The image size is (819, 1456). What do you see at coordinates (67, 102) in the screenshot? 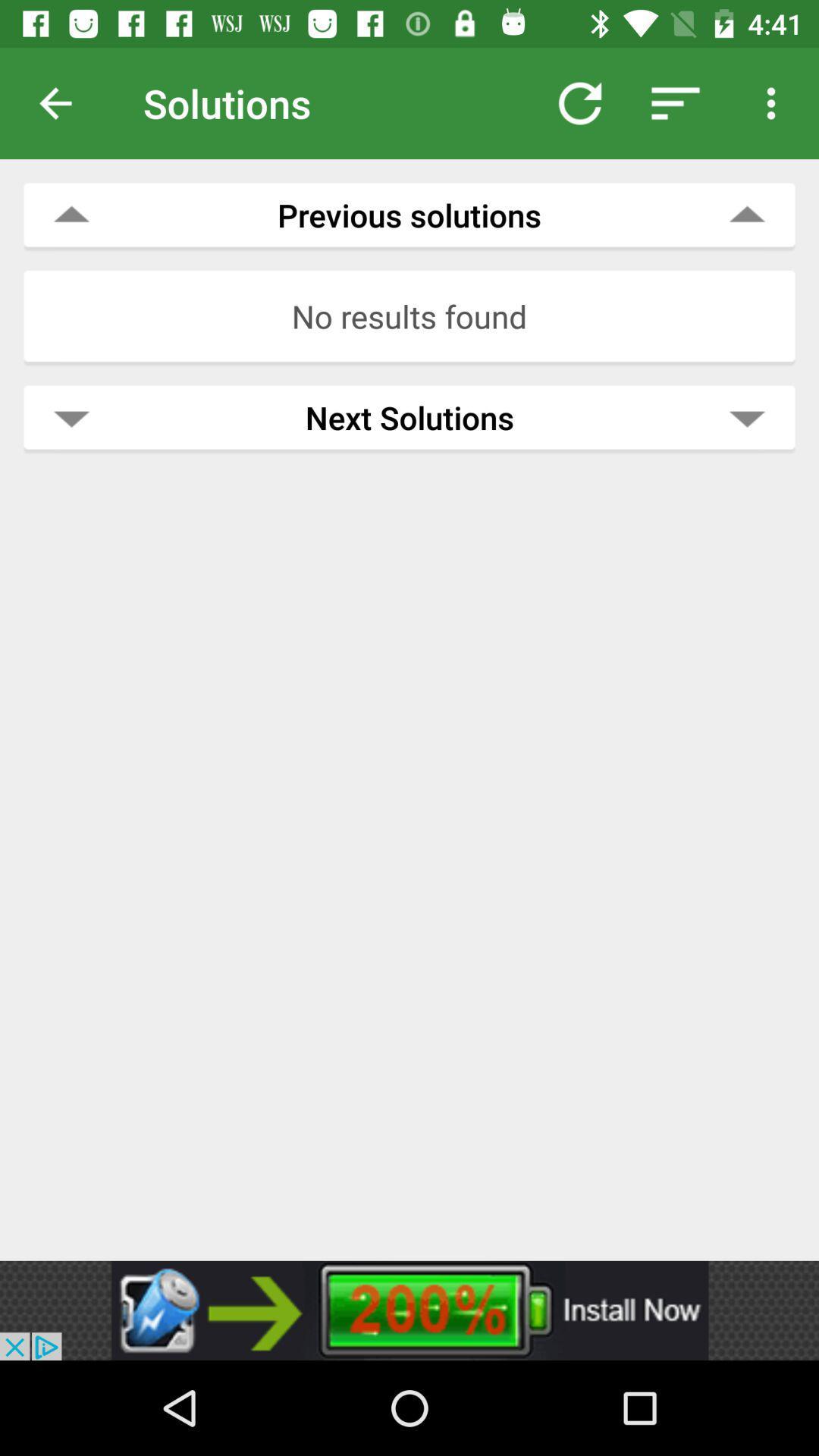
I see `go back` at bounding box center [67, 102].